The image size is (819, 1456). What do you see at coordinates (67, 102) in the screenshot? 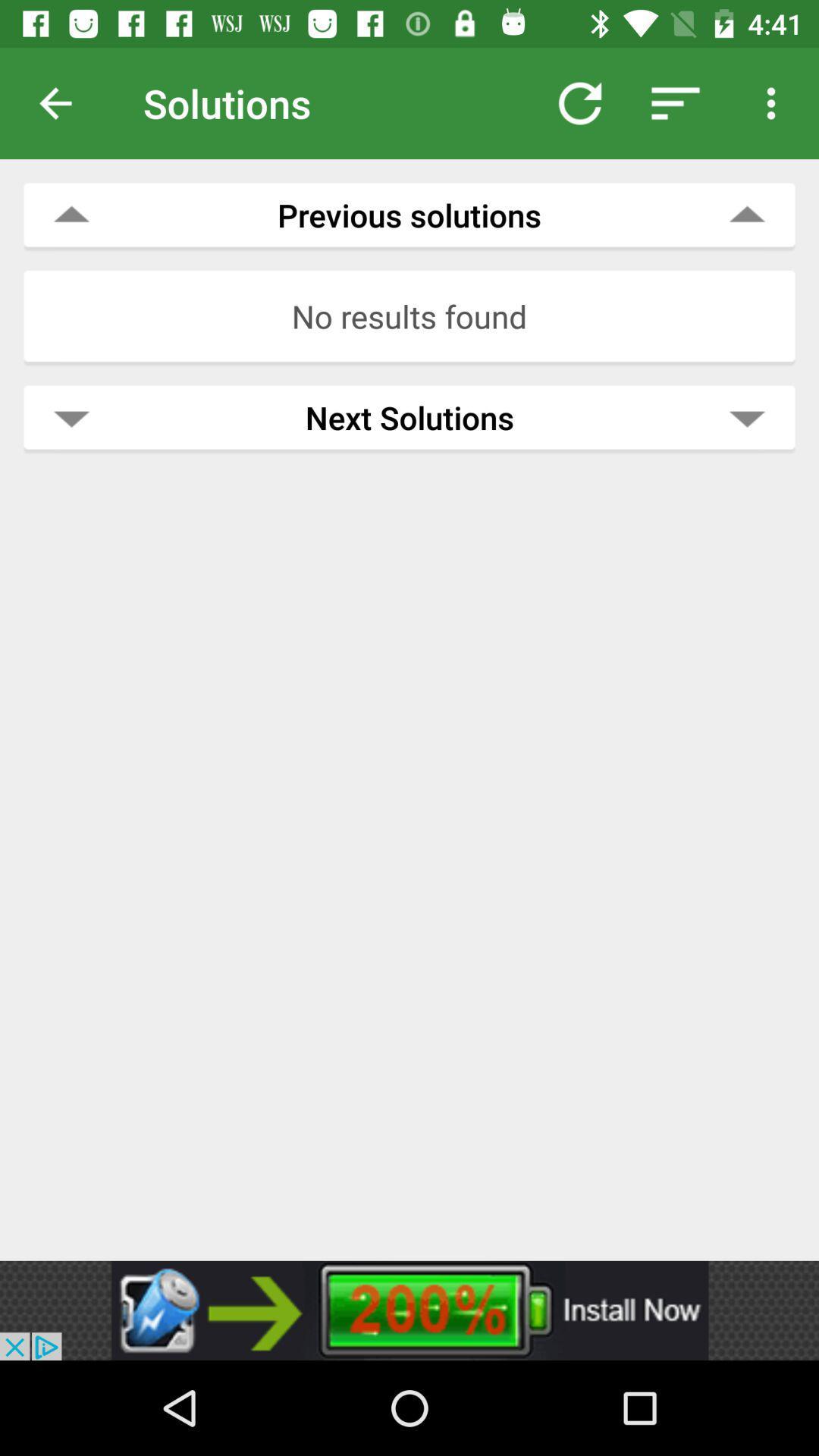
I see `go back` at bounding box center [67, 102].